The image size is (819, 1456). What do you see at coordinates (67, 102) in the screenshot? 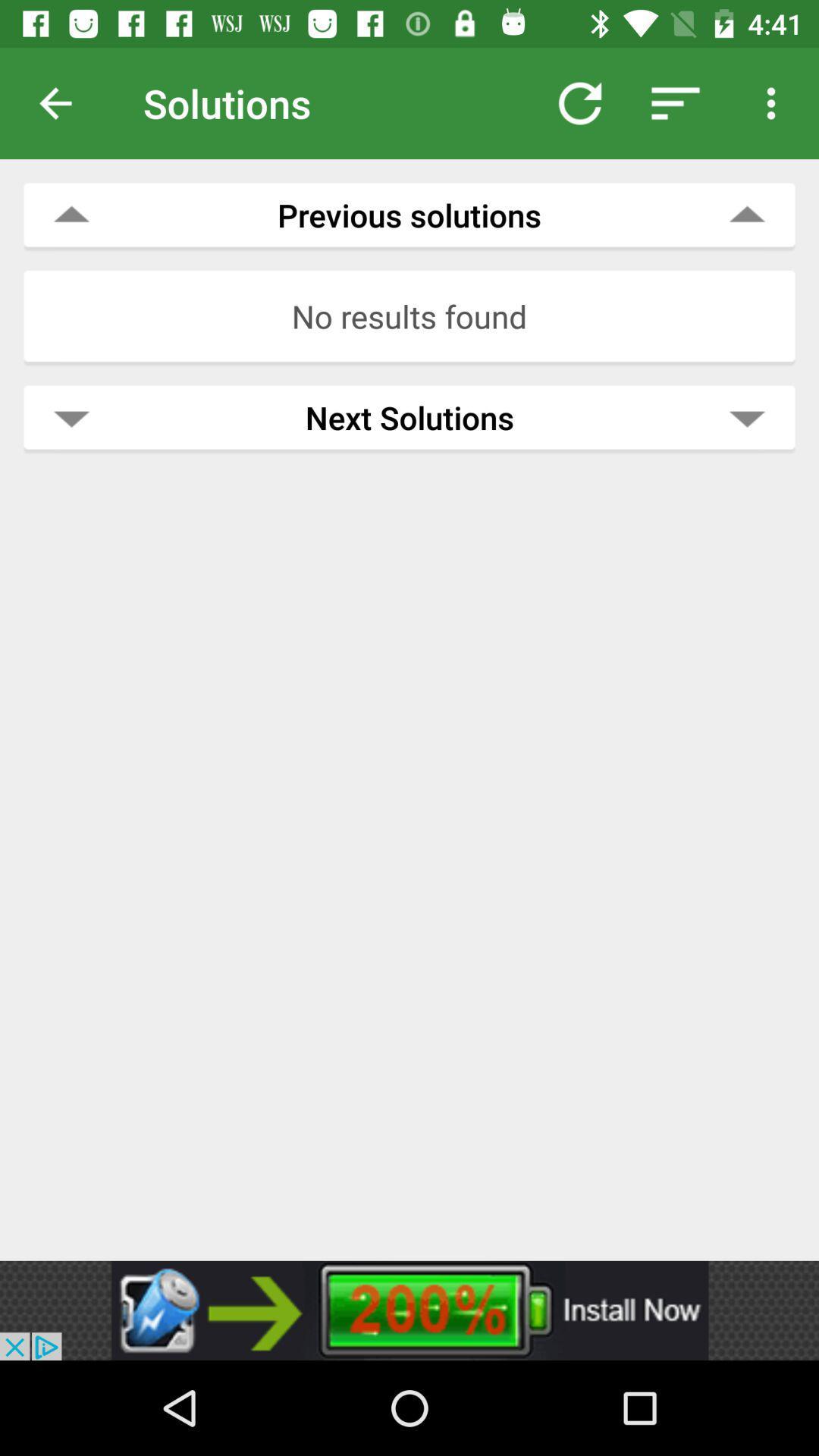
I see `go back` at bounding box center [67, 102].